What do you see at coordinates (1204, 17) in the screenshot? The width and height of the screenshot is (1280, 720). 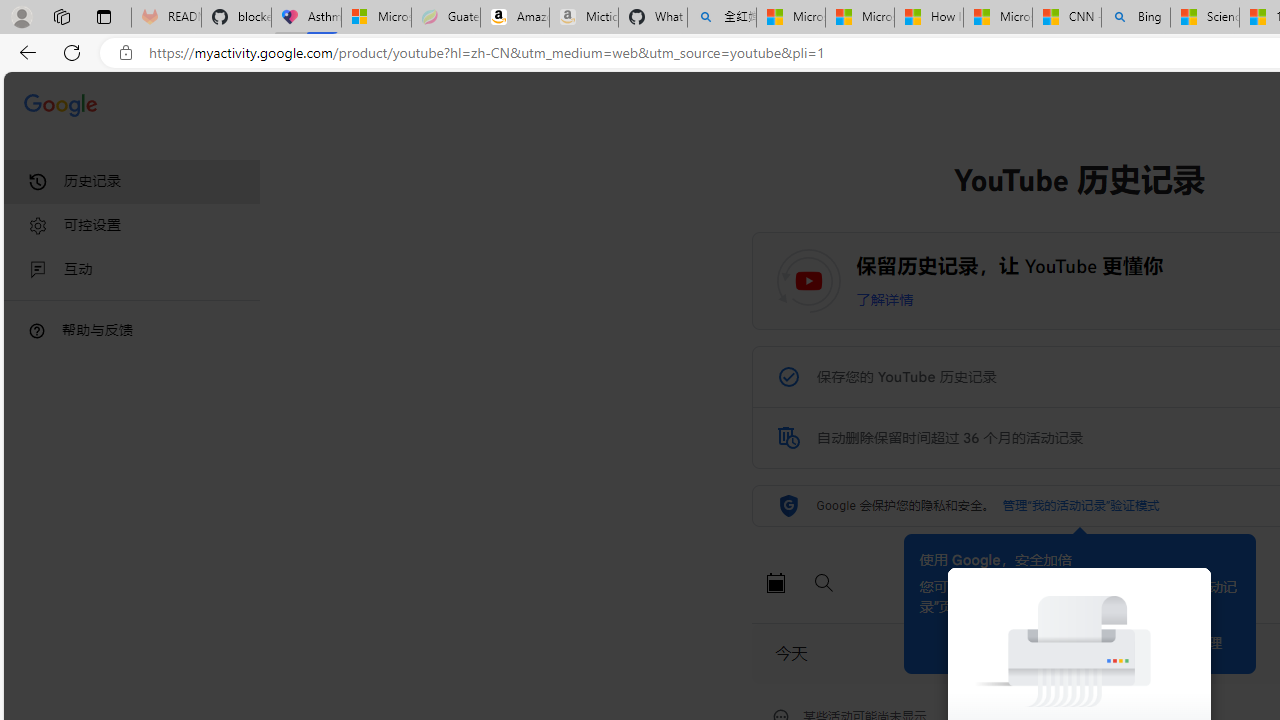 I see `'Science - MSN'` at bounding box center [1204, 17].